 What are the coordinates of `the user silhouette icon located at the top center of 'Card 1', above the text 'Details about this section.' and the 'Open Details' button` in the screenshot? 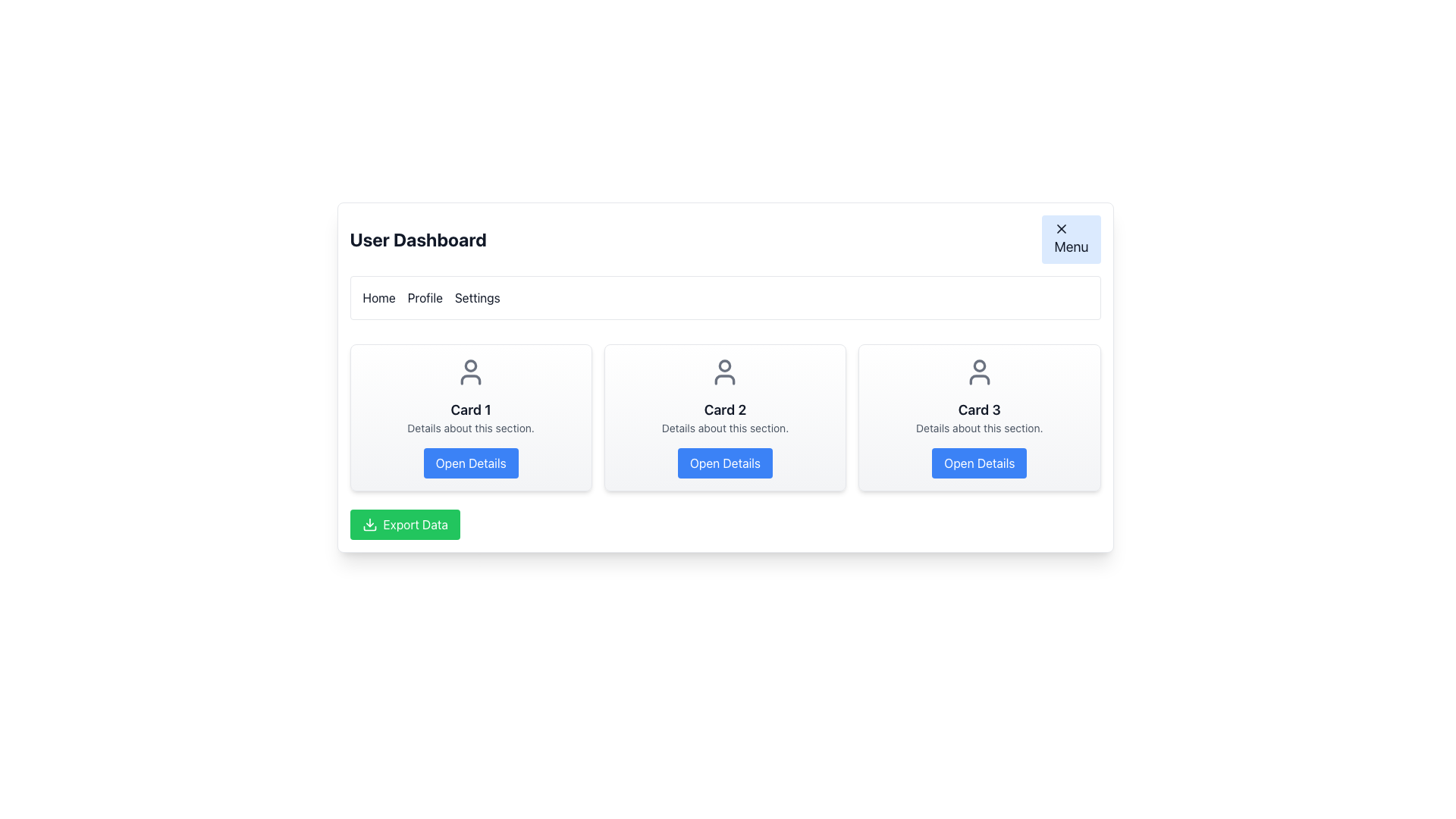 It's located at (470, 372).